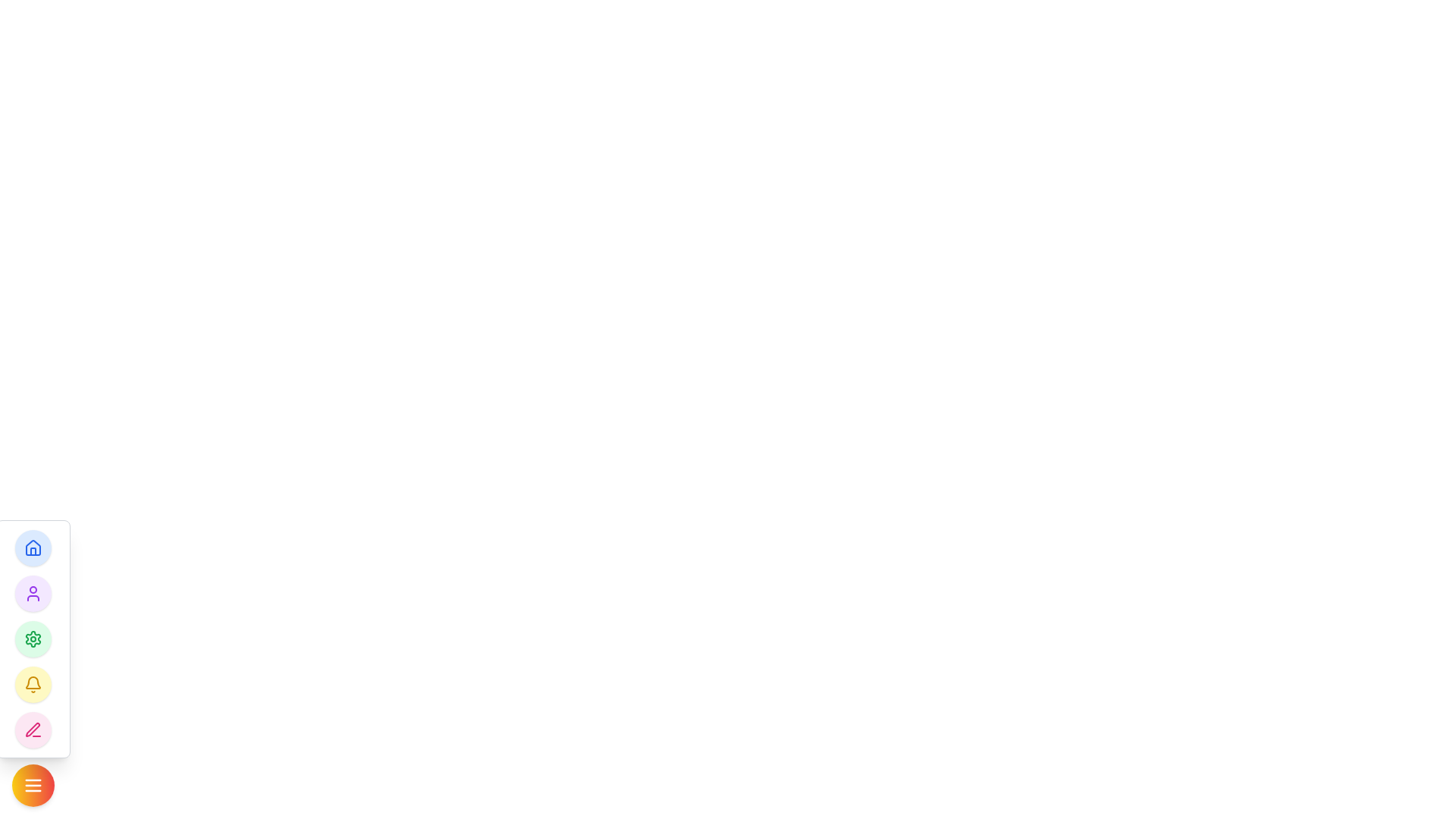 The height and width of the screenshot is (819, 1456). I want to click on the topmost blue circular button with a house icon located in the vertical menu on the left side, so click(33, 548).